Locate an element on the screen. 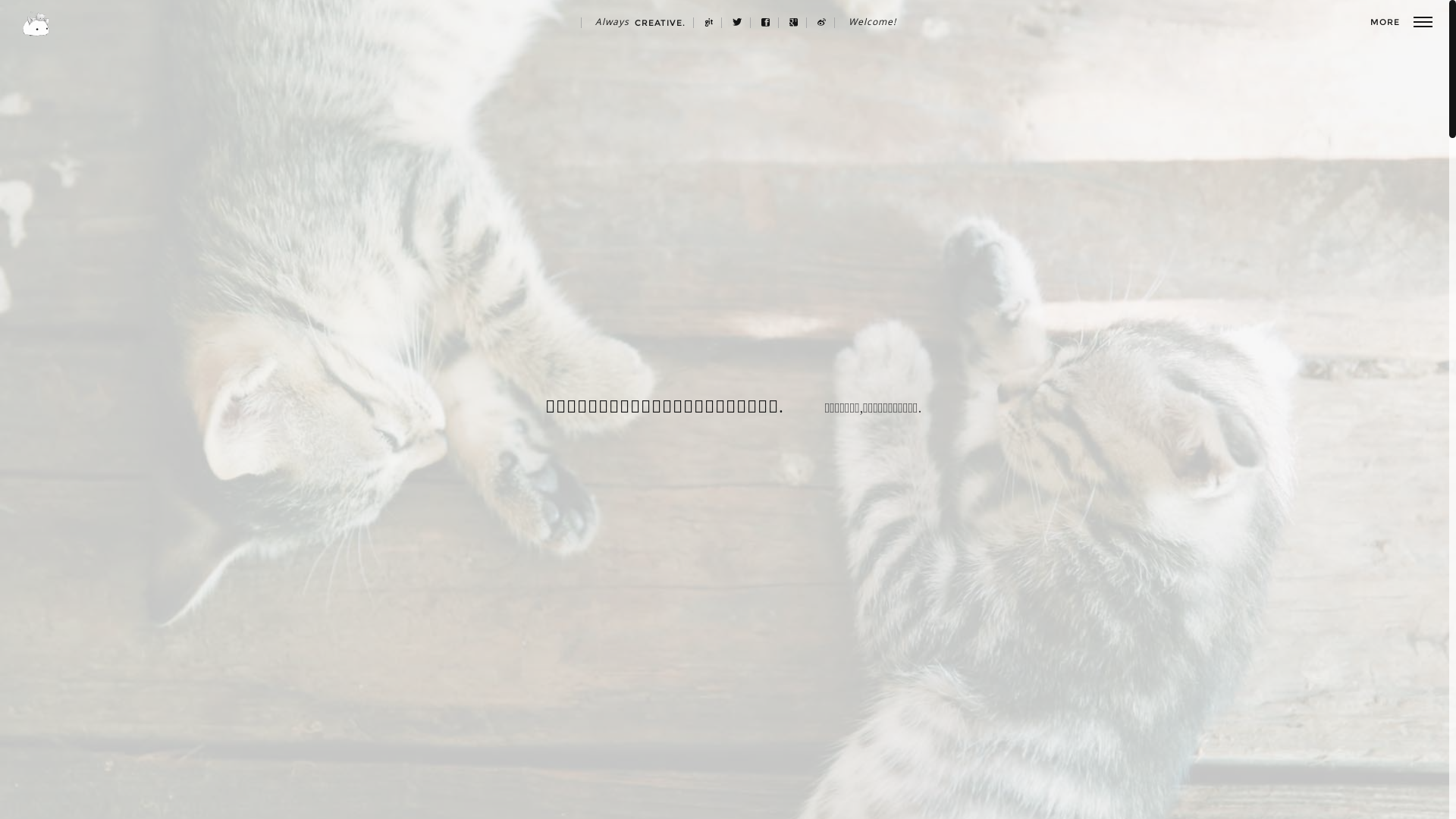 This screenshot has width=1456, height=819. 'Logo' is located at coordinates (36, 24).